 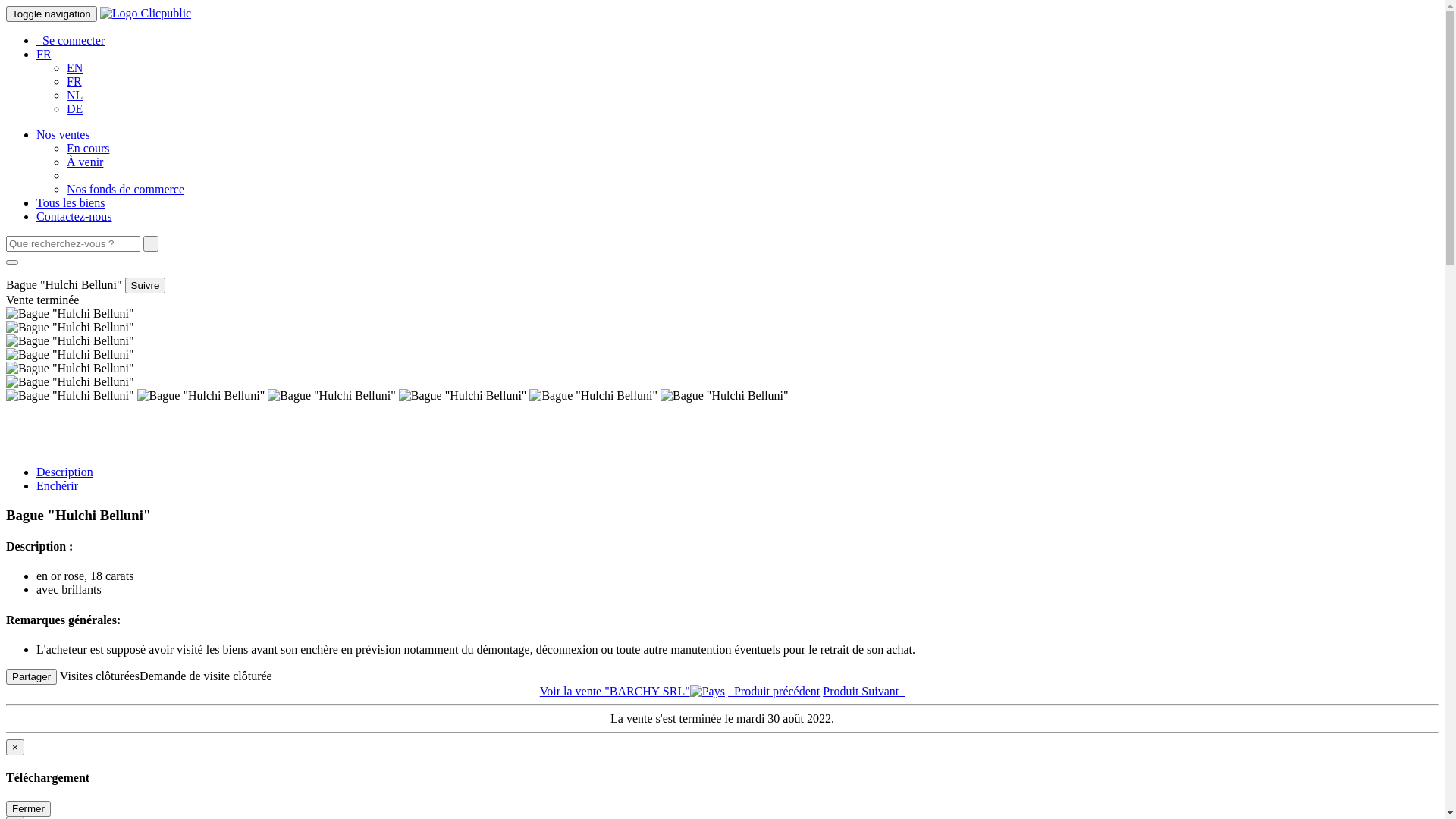 I want to click on 'Bague "Hulchi Belluni"', so click(x=331, y=394).